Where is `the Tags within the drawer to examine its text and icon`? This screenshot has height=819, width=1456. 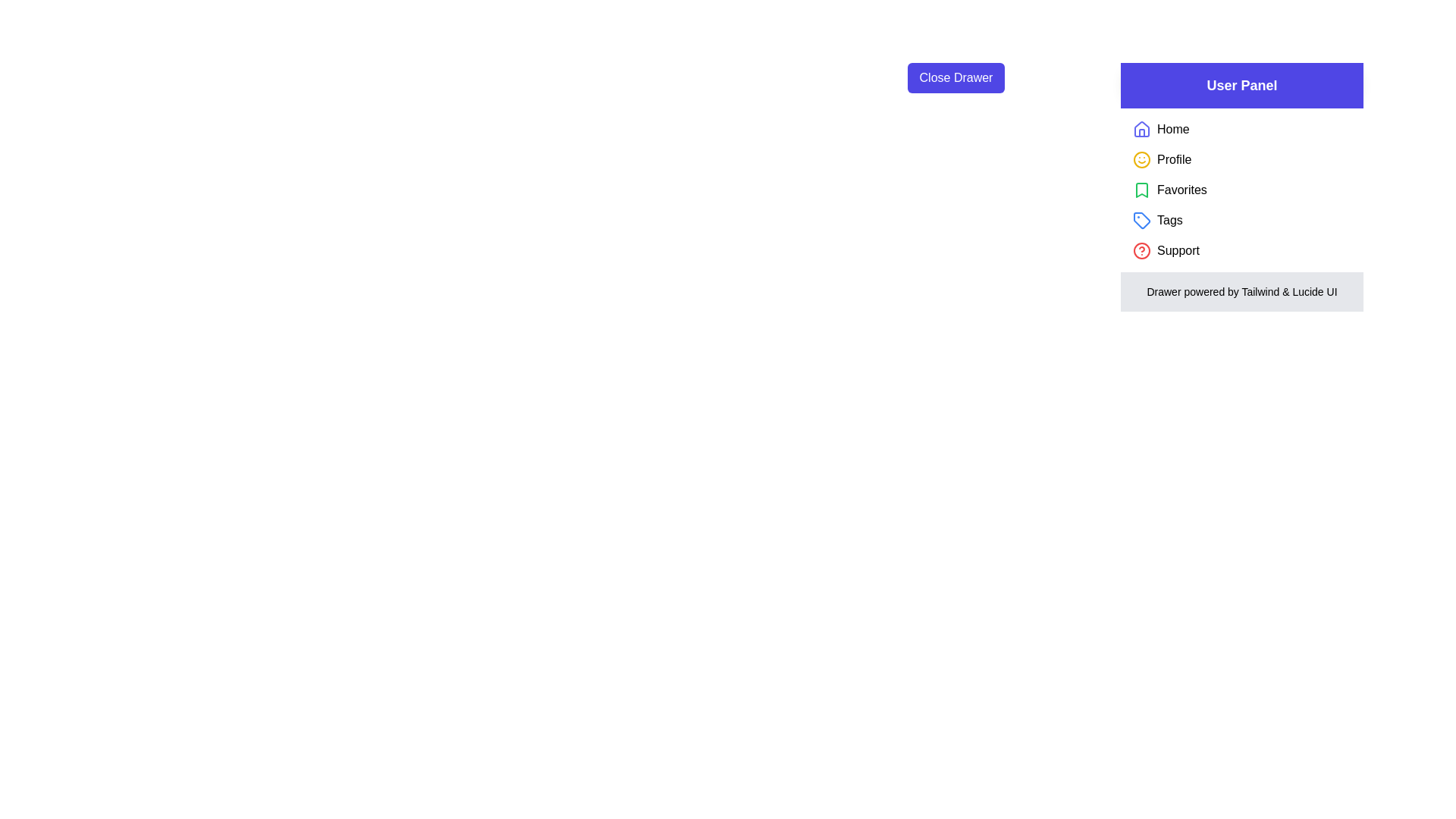 the Tags within the drawer to examine its text and icon is located at coordinates (1142, 220).